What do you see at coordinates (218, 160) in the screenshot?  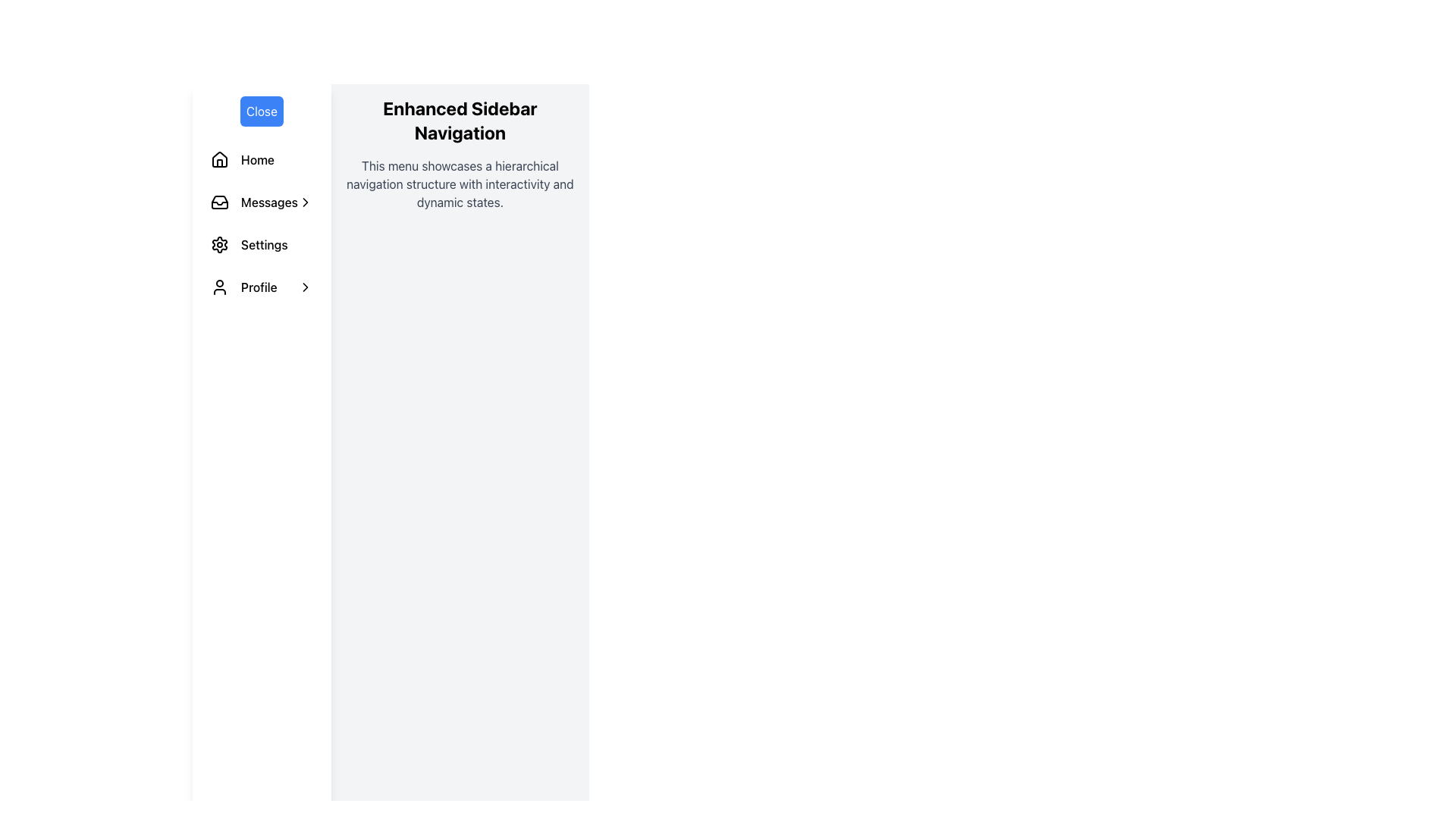 I see `the small home icon located in the first item of the vertical navigation sidebar, positioned to the left of the 'Home' text label` at bounding box center [218, 160].